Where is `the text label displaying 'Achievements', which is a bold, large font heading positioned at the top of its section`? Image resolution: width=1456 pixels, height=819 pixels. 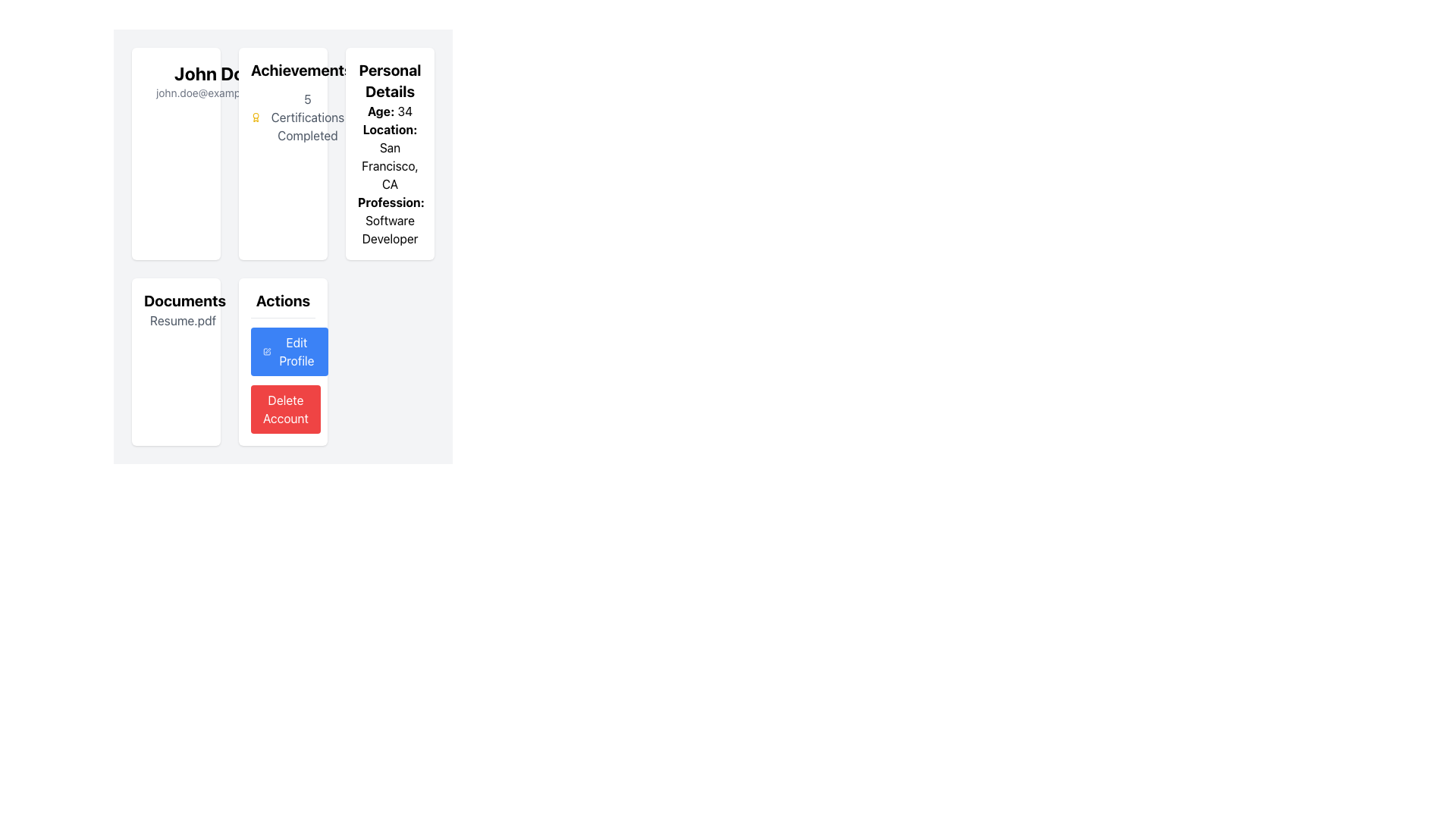
the text label displaying 'Achievements', which is a bold, large font heading positioned at the top of its section is located at coordinates (301, 70).